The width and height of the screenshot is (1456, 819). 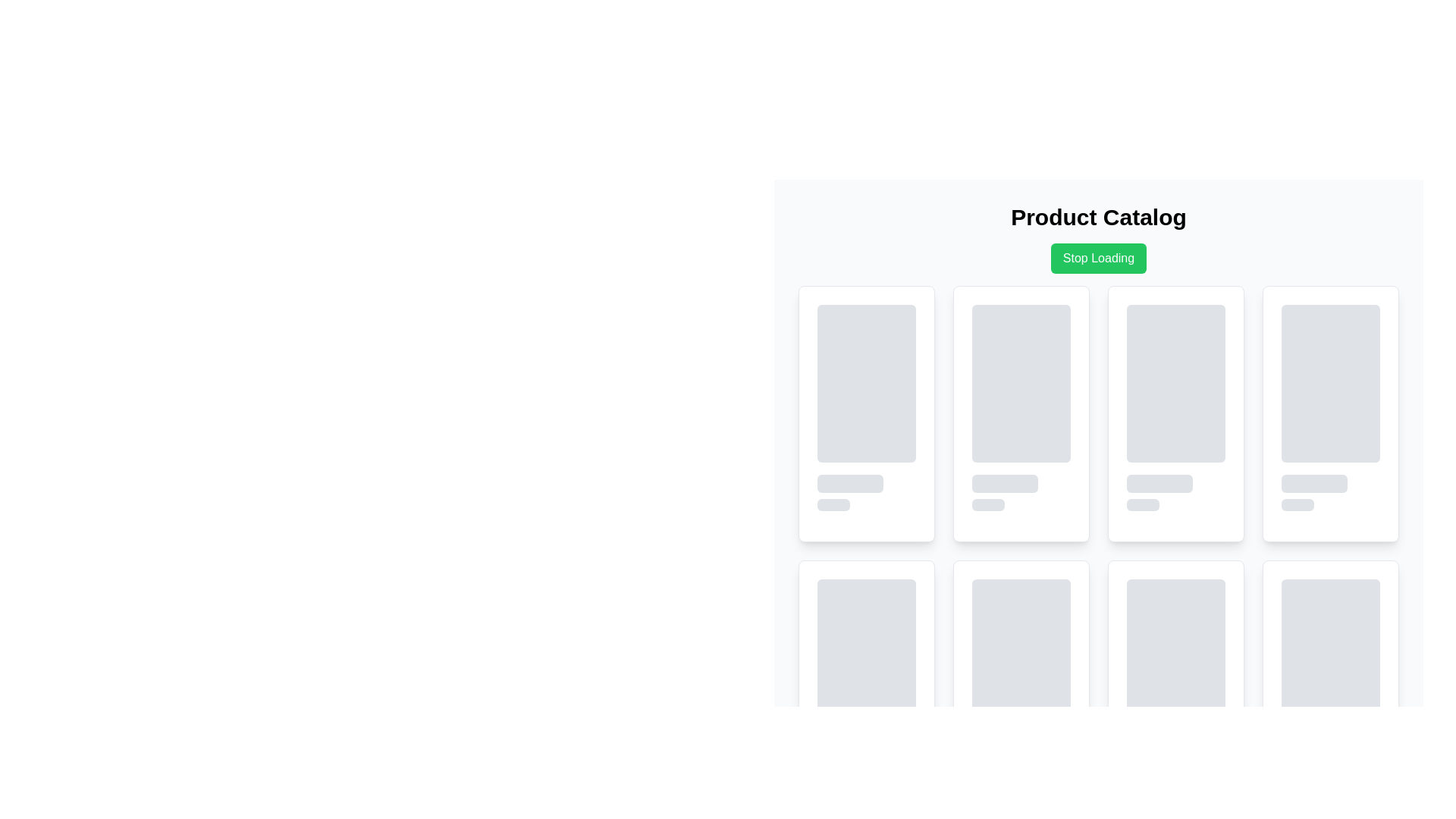 I want to click on the light gray rectangular placeholder with rounded corners located in the middle section of the second row within the grid layout, so click(x=1175, y=382).